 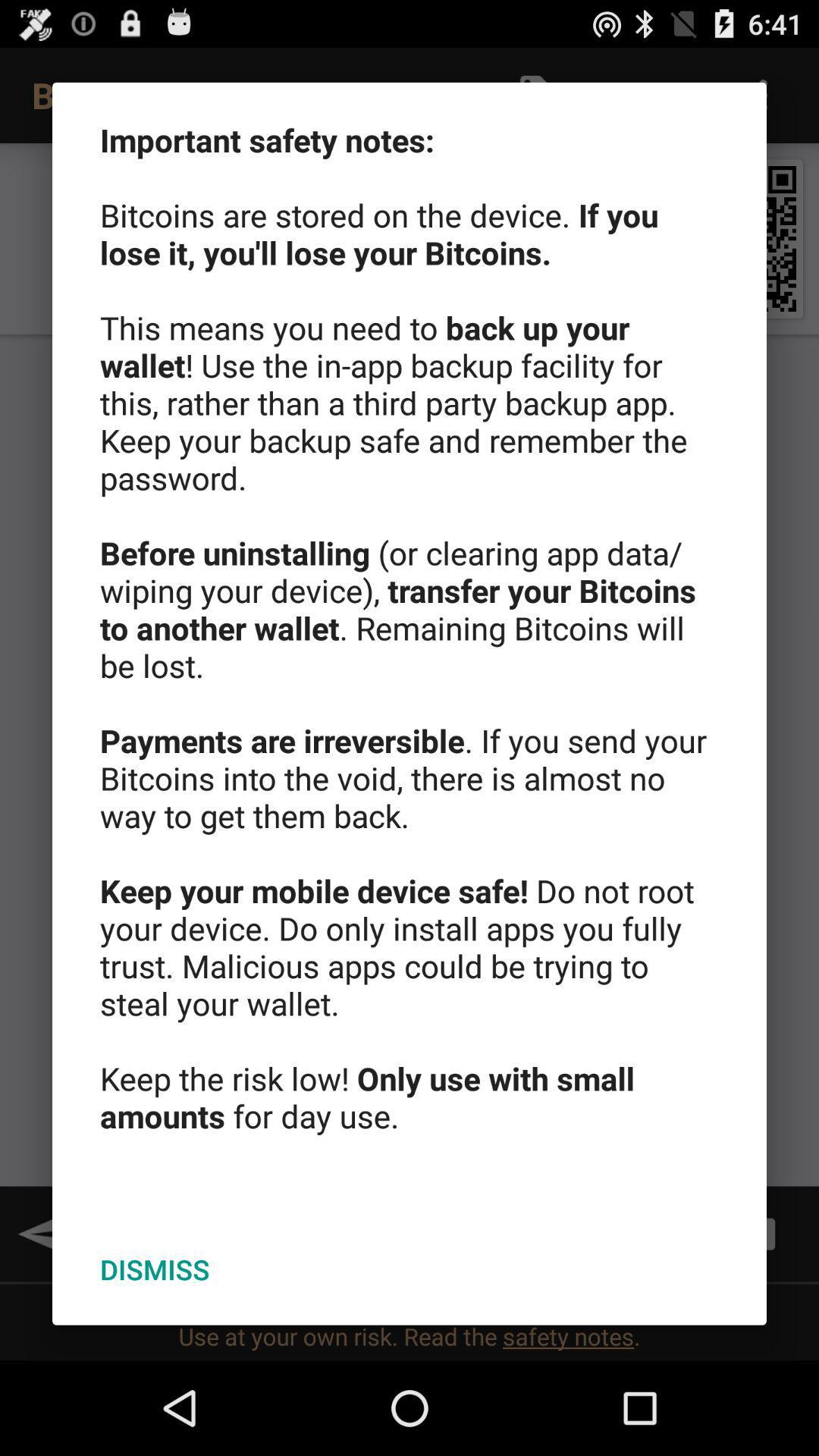 What do you see at coordinates (155, 1269) in the screenshot?
I see `the dismiss` at bounding box center [155, 1269].